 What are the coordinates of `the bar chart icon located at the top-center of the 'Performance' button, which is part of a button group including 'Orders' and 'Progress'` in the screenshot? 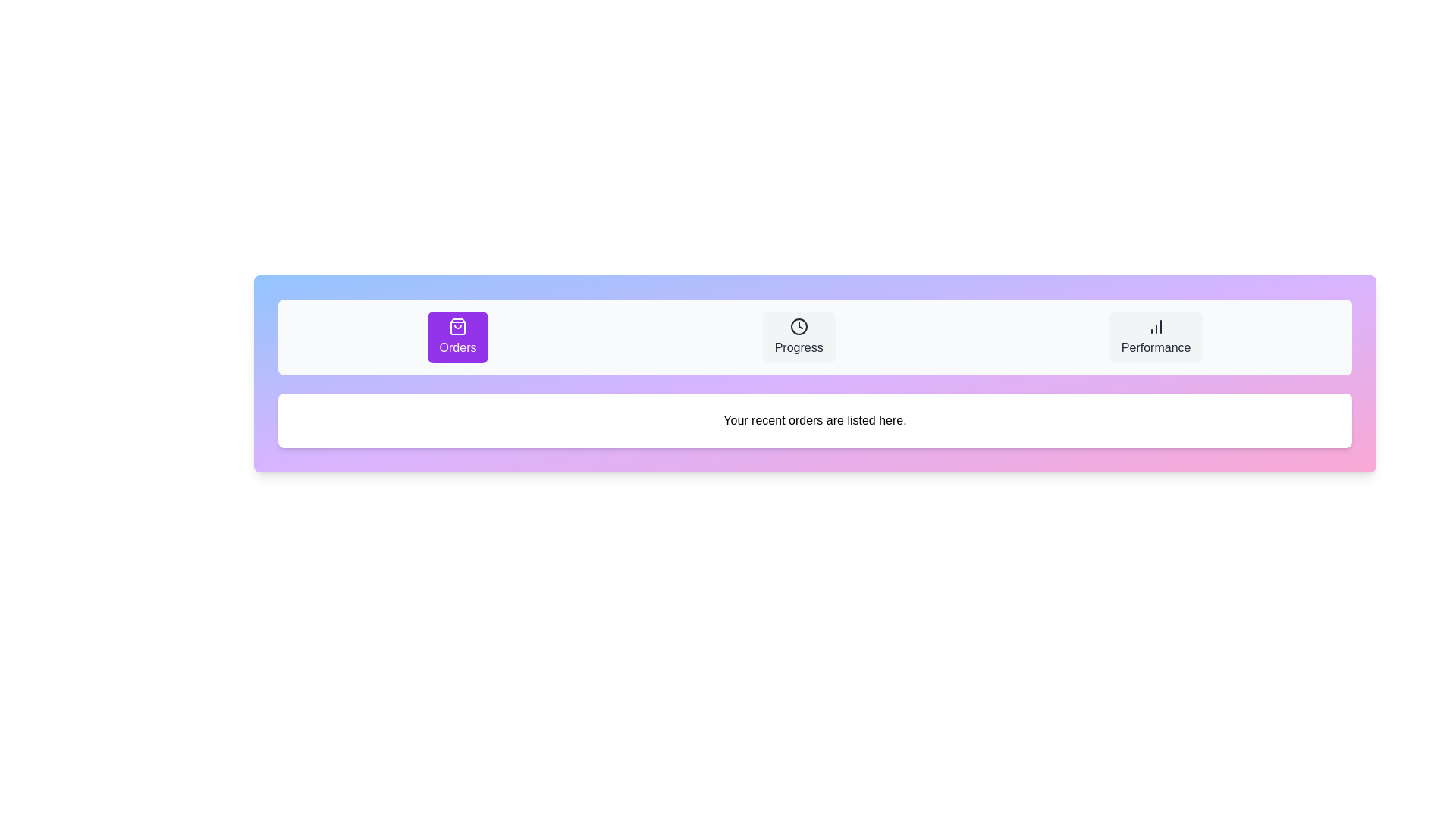 It's located at (1155, 326).